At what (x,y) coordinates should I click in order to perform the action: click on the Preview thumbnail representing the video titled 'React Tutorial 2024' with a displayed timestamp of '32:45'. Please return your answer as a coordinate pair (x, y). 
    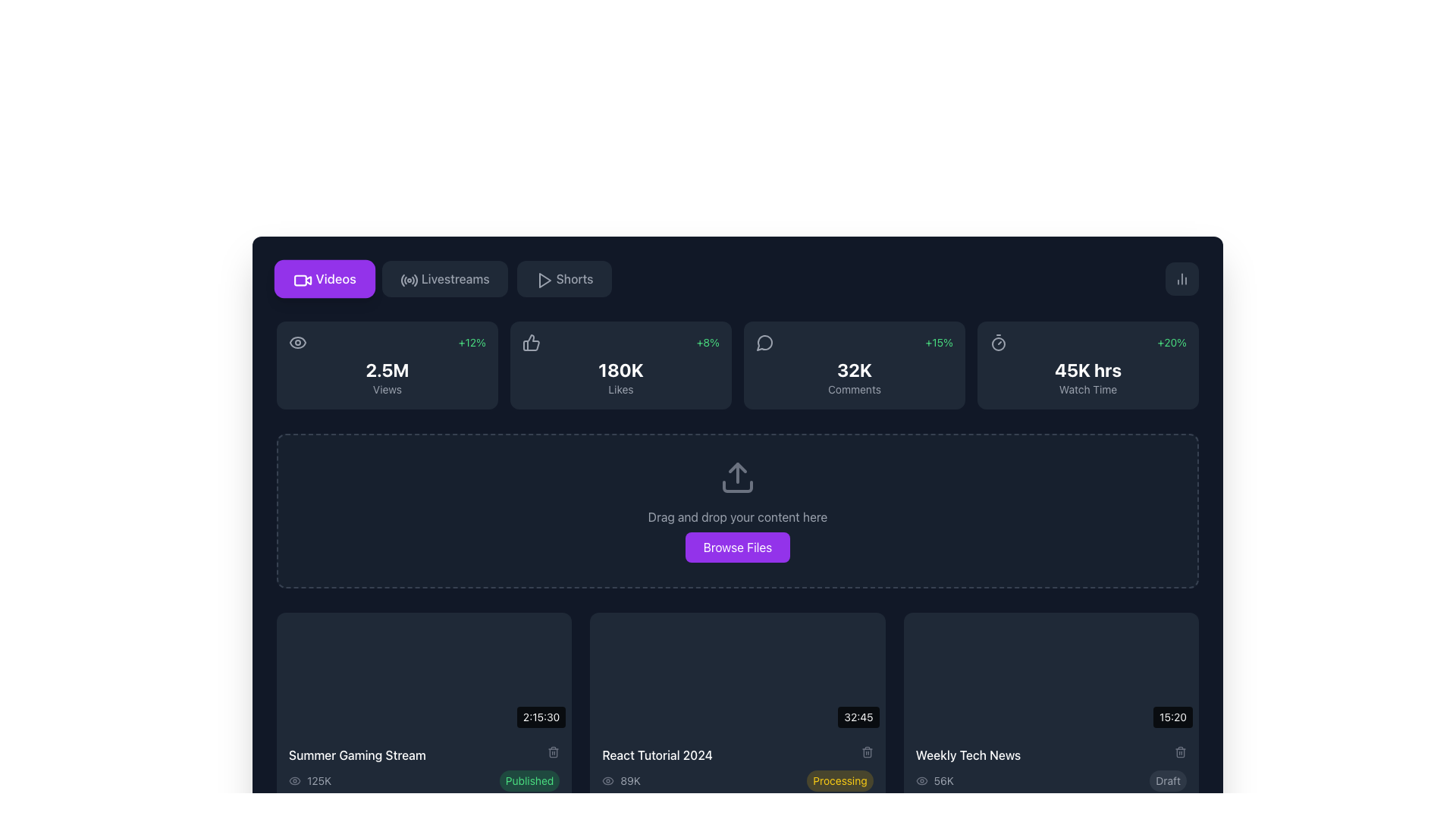
    Looking at the image, I should click on (738, 672).